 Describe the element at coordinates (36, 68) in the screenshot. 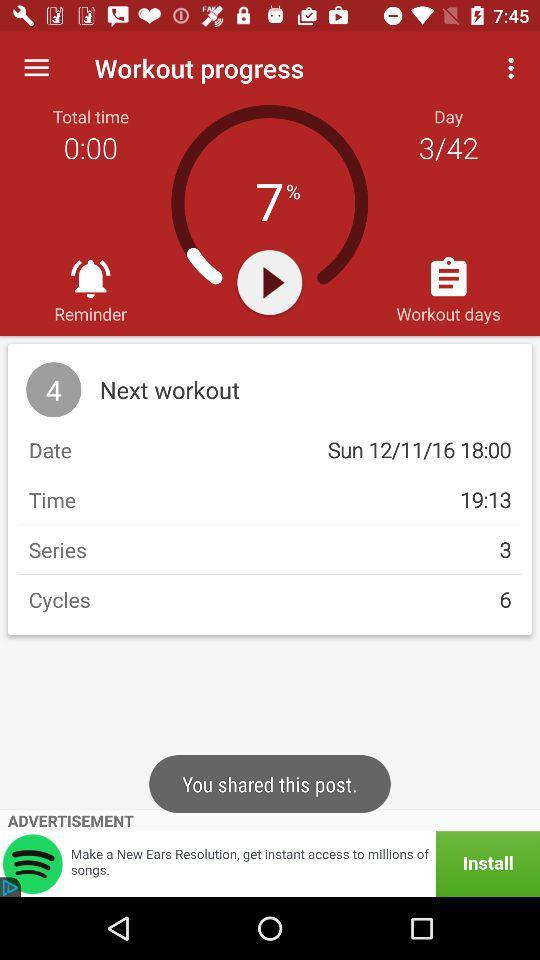

I see `the app to the left of workout progress icon` at that location.